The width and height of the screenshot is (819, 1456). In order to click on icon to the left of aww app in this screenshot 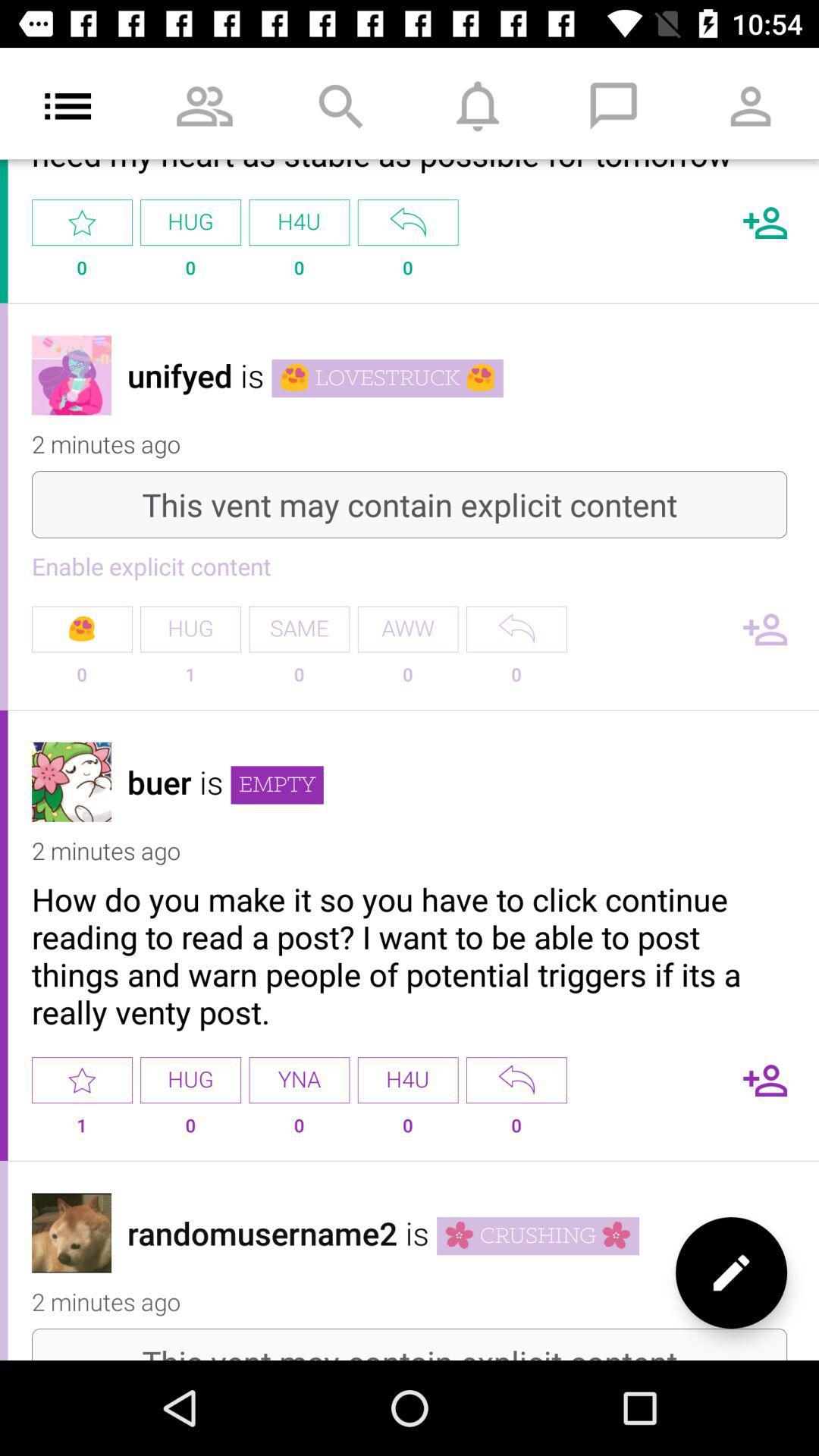, I will do `click(299, 629)`.